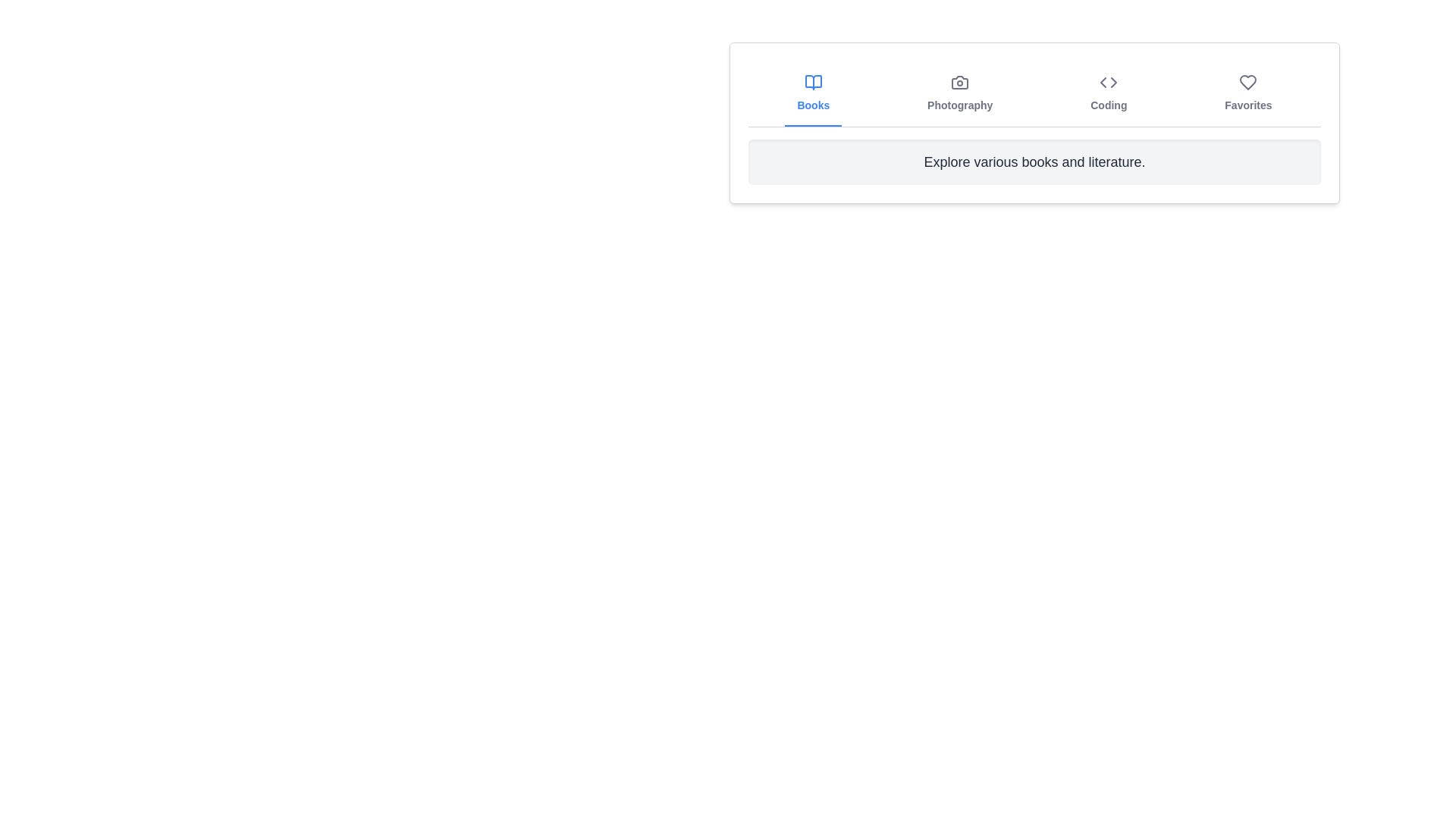 This screenshot has height=819, width=1456. I want to click on the 'Favorites' button, which features a heart icon above the label and is the fourth button in a horizontal set, positioned at the far-right side of the row, so click(1248, 93).